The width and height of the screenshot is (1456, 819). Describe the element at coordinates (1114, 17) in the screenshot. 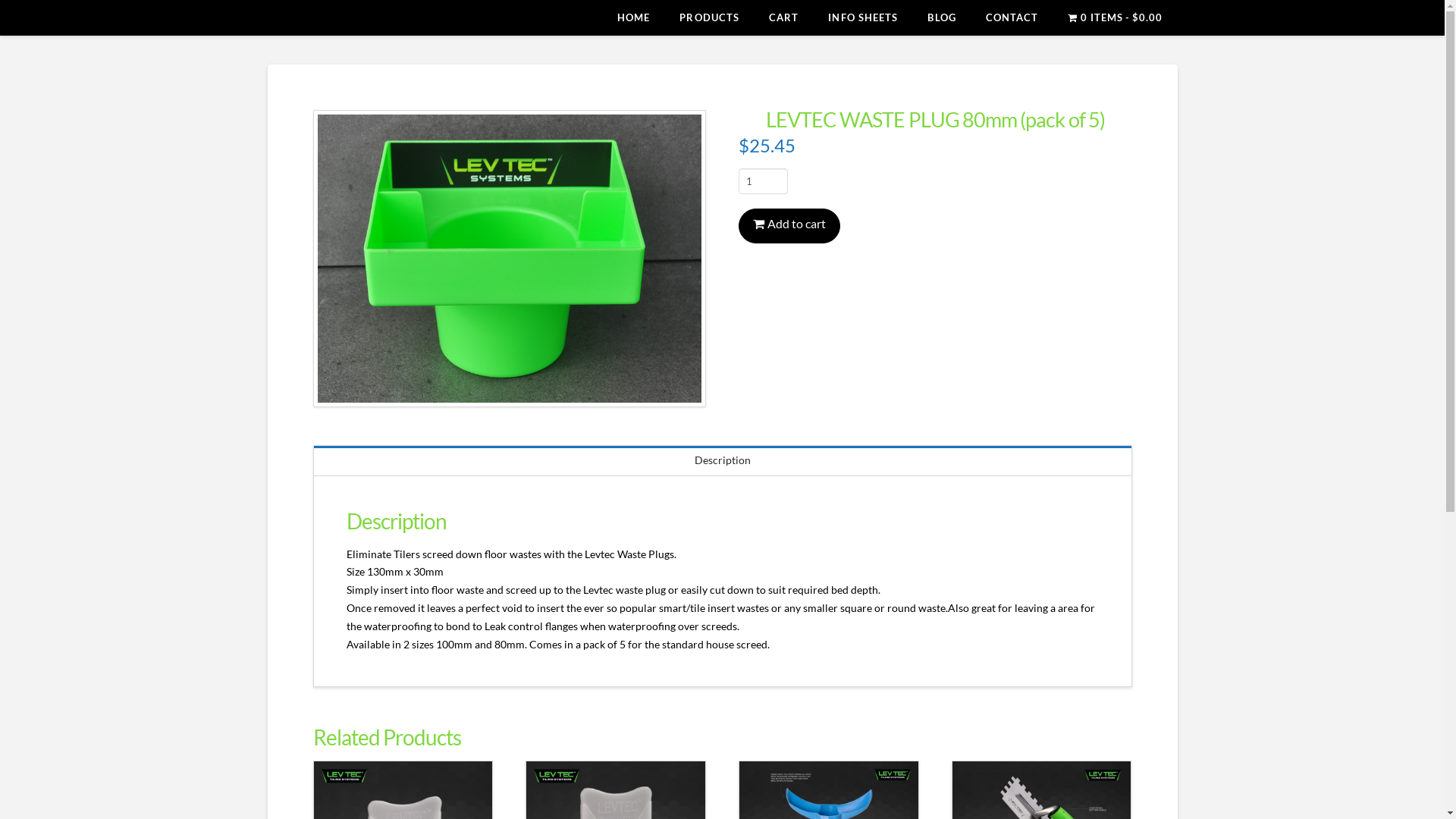

I see `'0 ITEMS$0.00'` at that location.